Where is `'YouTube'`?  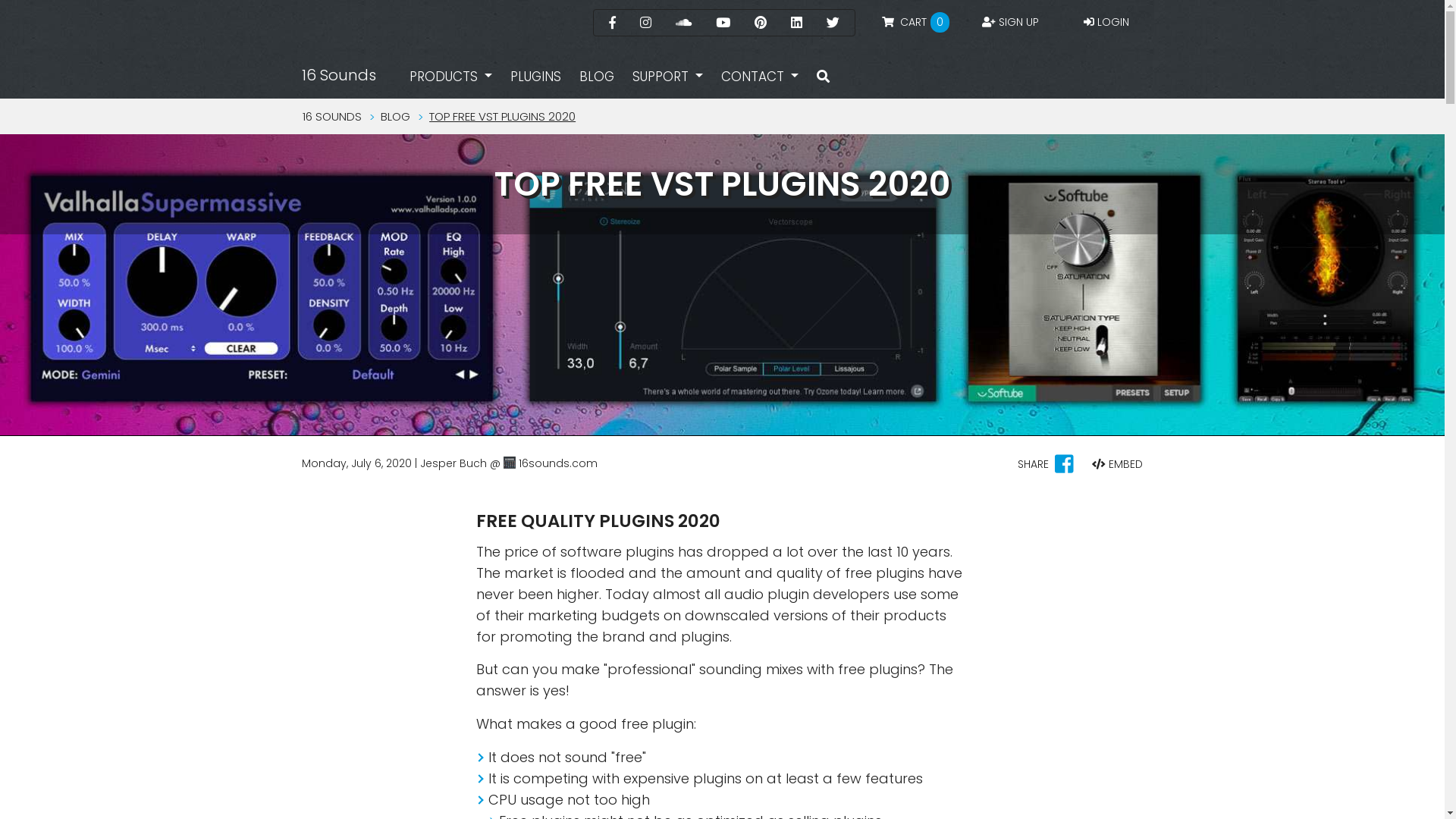 'YouTube' is located at coordinates (722, 23).